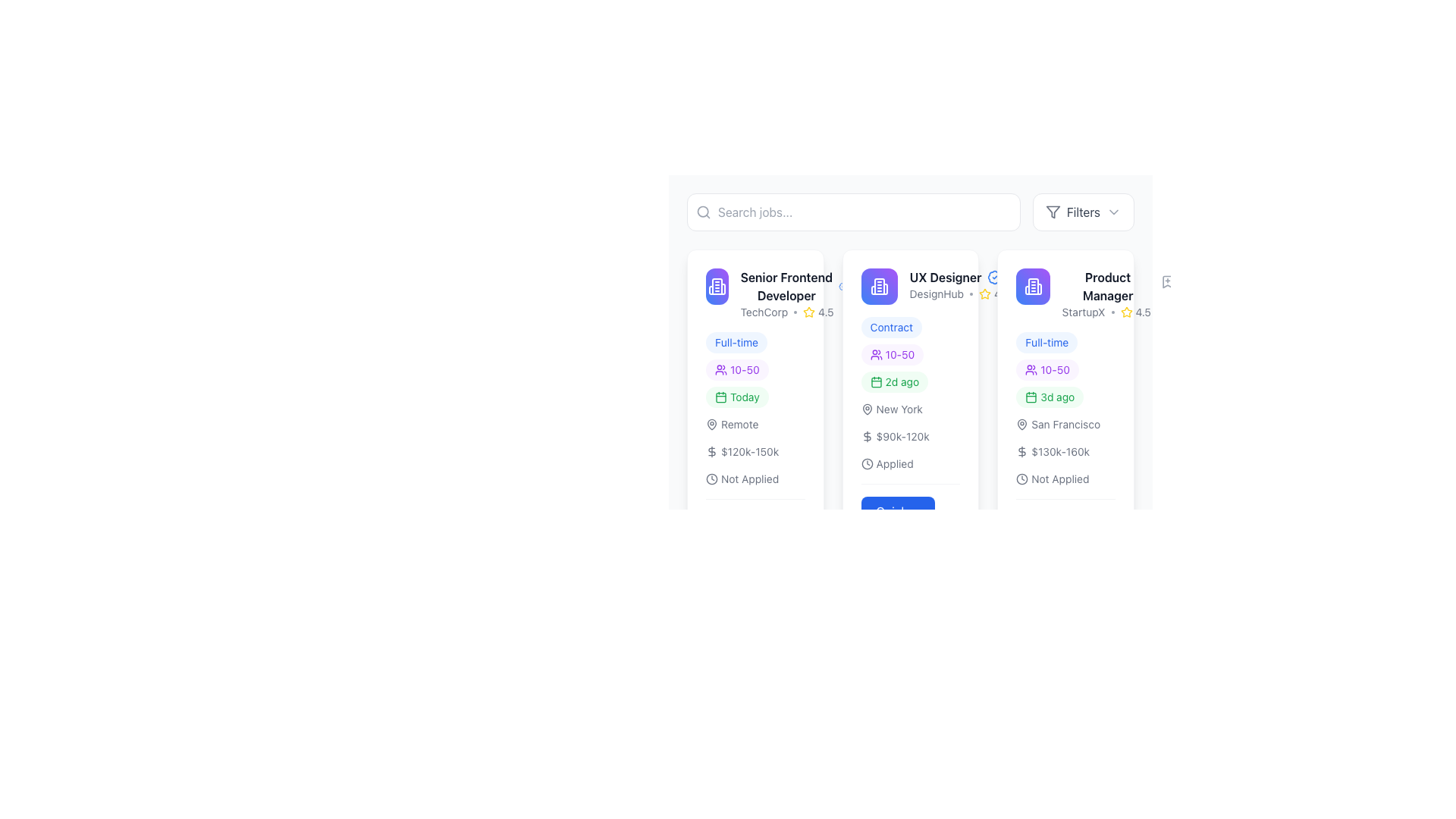 The height and width of the screenshot is (819, 1456). I want to click on the 'UX Designer' text and icon grouping at the top of the card layout in the middle column of the job listing interface, so click(934, 287).